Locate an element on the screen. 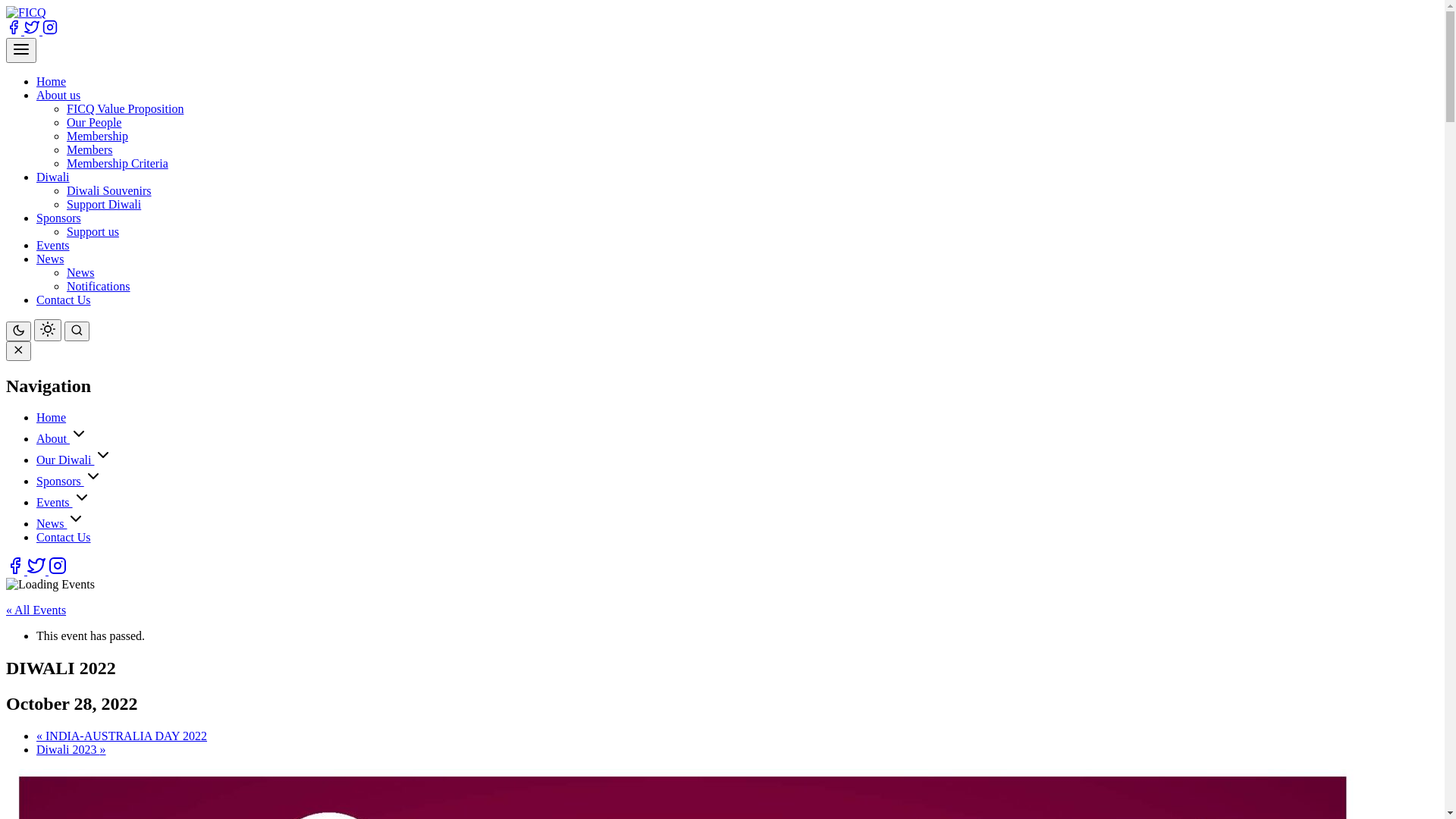 Image resolution: width=1456 pixels, height=819 pixels. 'Support Diwali' is located at coordinates (103, 203).